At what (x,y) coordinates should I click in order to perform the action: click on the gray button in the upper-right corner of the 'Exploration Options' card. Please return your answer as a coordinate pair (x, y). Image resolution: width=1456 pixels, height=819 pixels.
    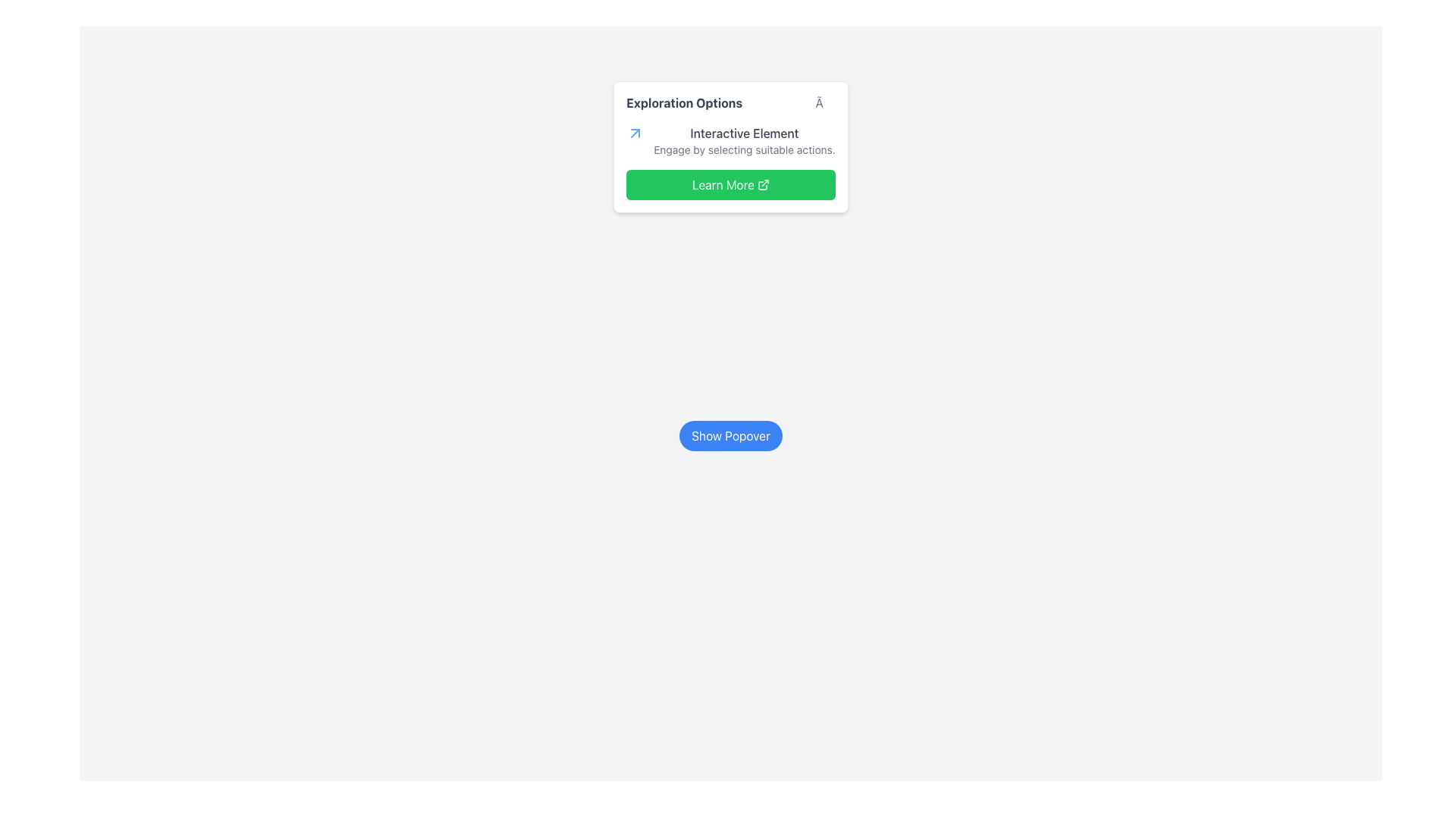
    Looking at the image, I should click on (824, 102).